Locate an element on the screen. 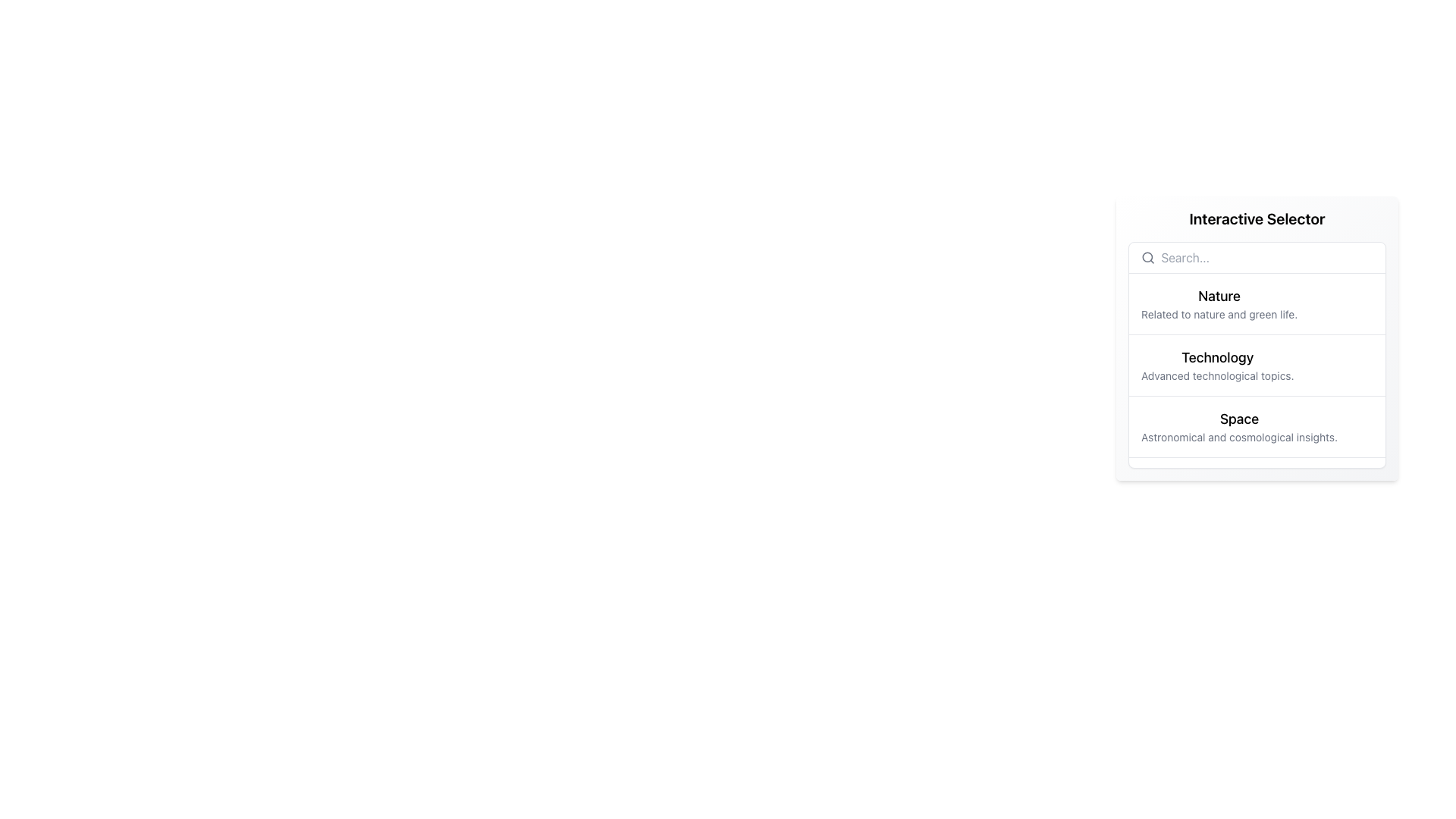 The width and height of the screenshot is (1456, 819). the gray magnifying glass icon located at the left side of the white search bar, which is positioned at the top of the panel is located at coordinates (1148, 256).